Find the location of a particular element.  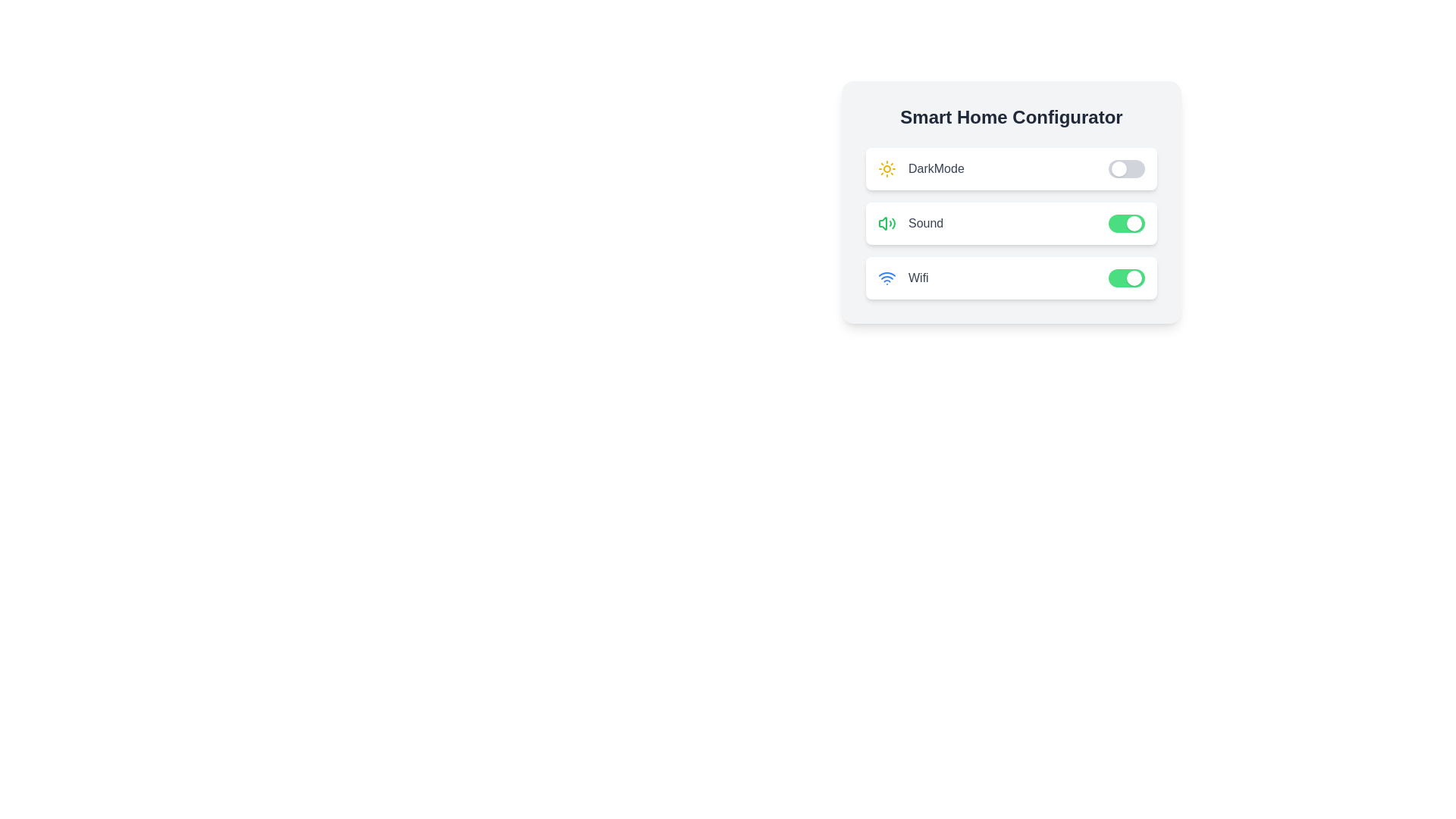

the 'darkMode' label with a yellow sun icon located within the 'Smart Home Configurator' card is located at coordinates (920, 169).